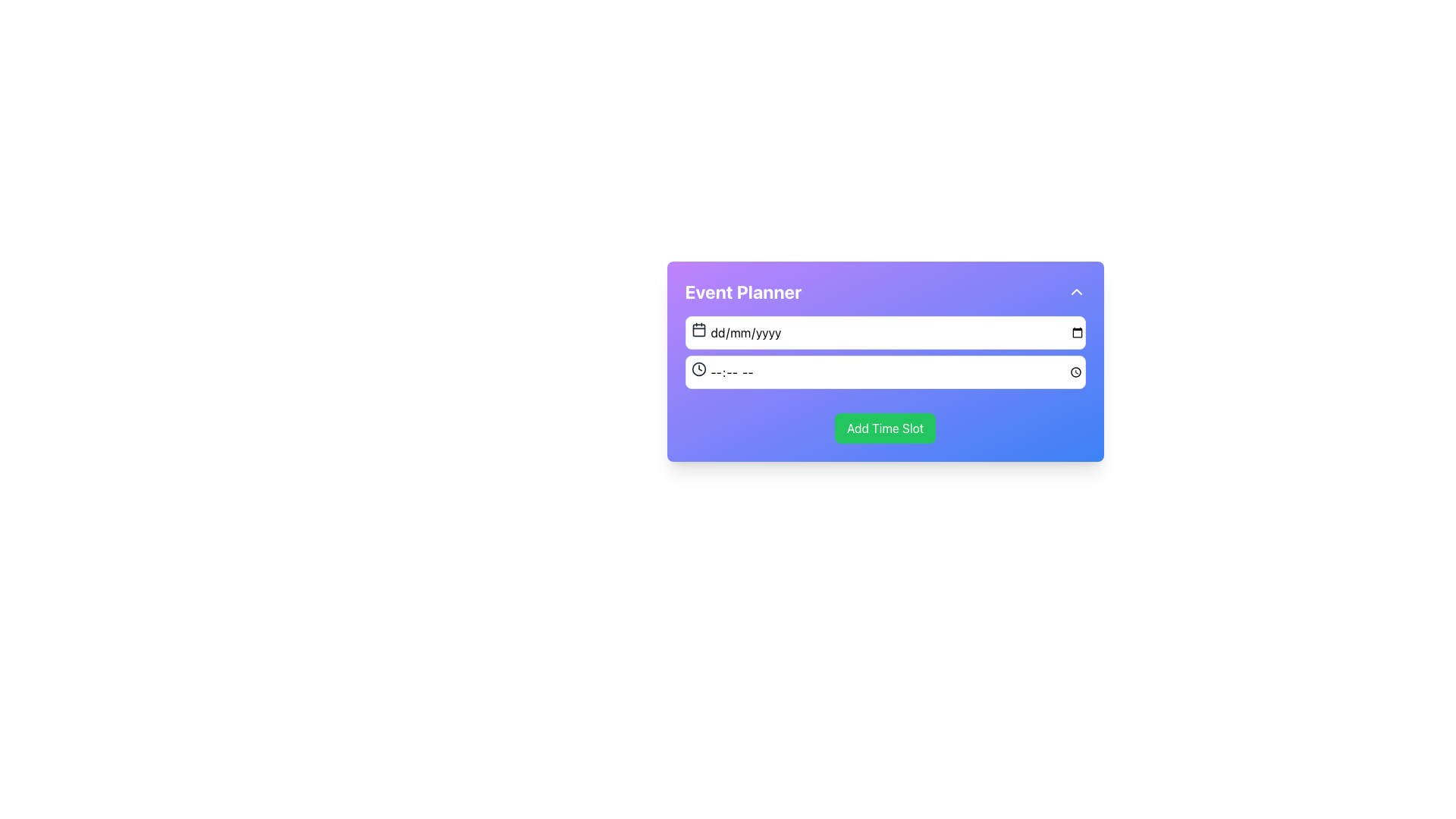 The width and height of the screenshot is (1456, 819). What do you see at coordinates (885, 353) in the screenshot?
I see `the time input field of the Composite input field for scheduling, located beneath the 'Event Planner' title and above the 'Add Time Slot' button` at bounding box center [885, 353].